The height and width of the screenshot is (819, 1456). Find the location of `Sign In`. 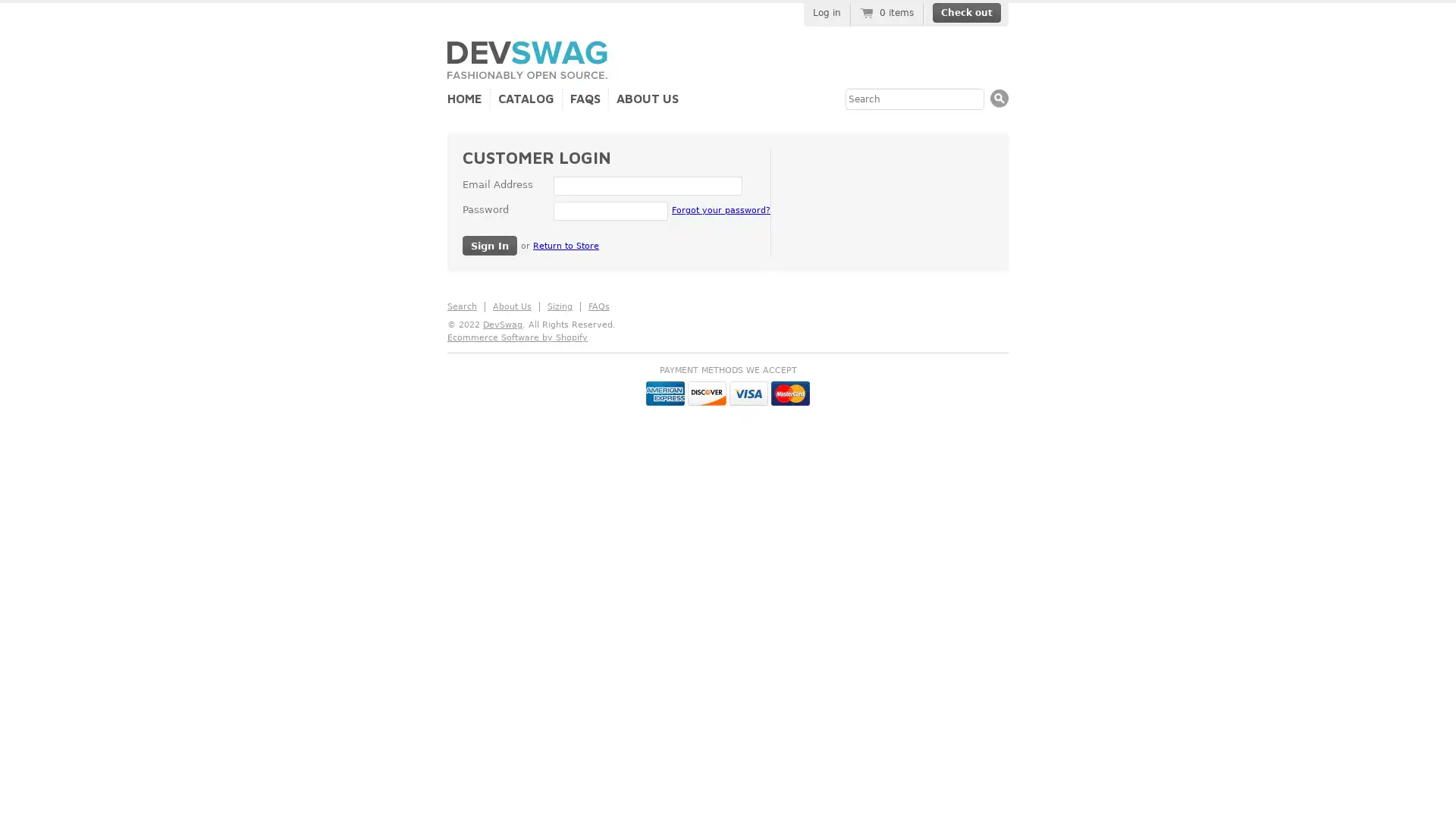

Sign In is located at coordinates (490, 244).